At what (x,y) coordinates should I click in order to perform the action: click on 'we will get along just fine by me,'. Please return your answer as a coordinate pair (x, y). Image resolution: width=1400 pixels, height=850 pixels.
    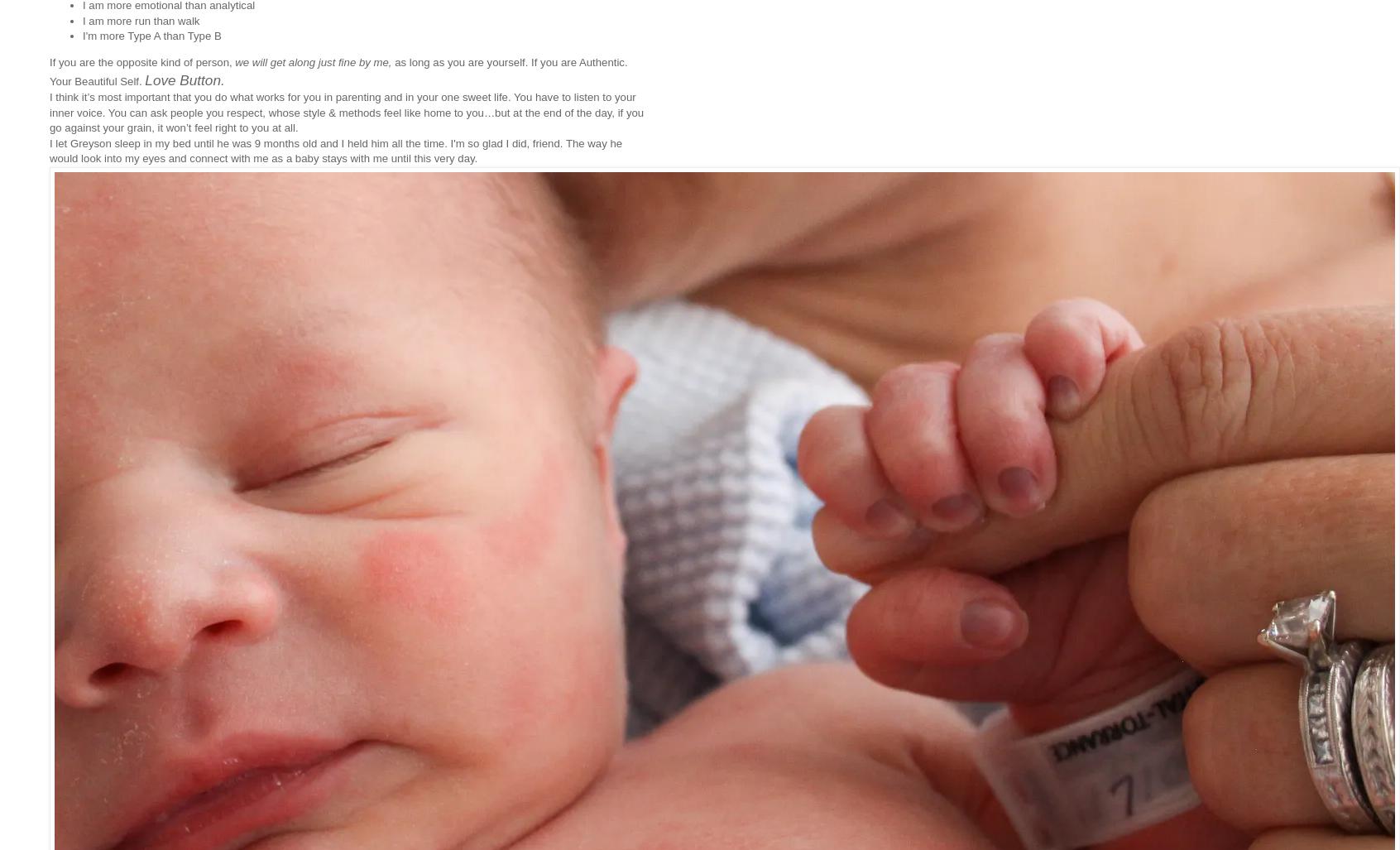
    Looking at the image, I should click on (313, 60).